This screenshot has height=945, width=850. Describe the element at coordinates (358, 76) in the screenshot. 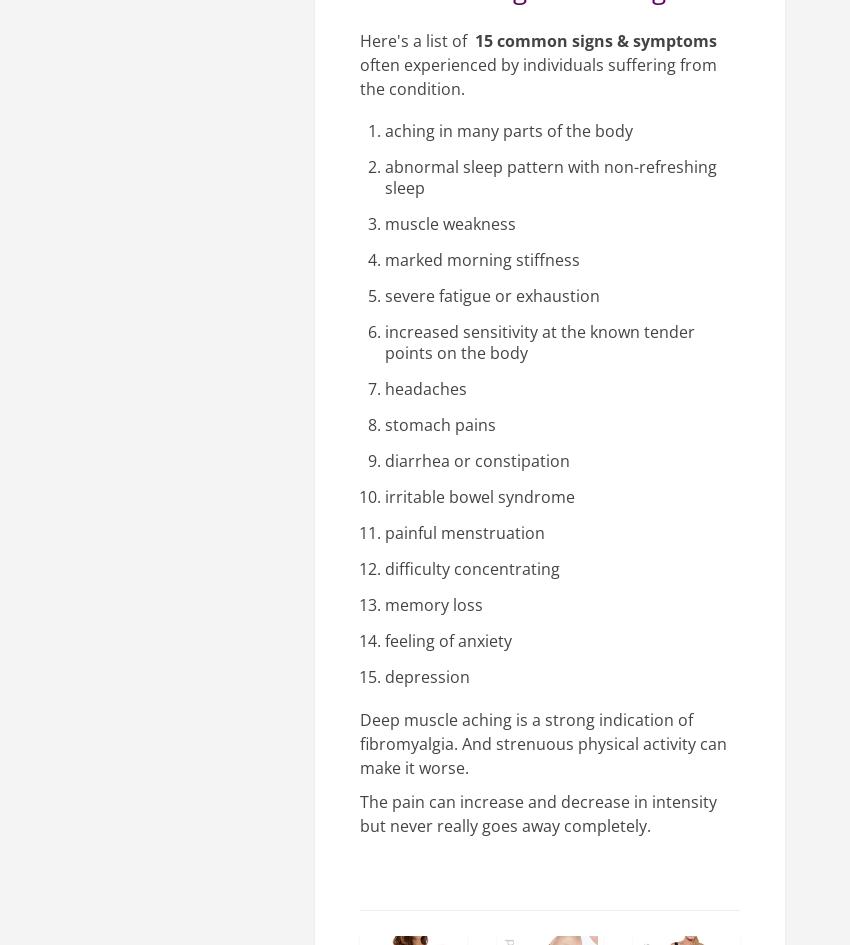

I see `'often experienced by individuals suffering from the condition.'` at that location.